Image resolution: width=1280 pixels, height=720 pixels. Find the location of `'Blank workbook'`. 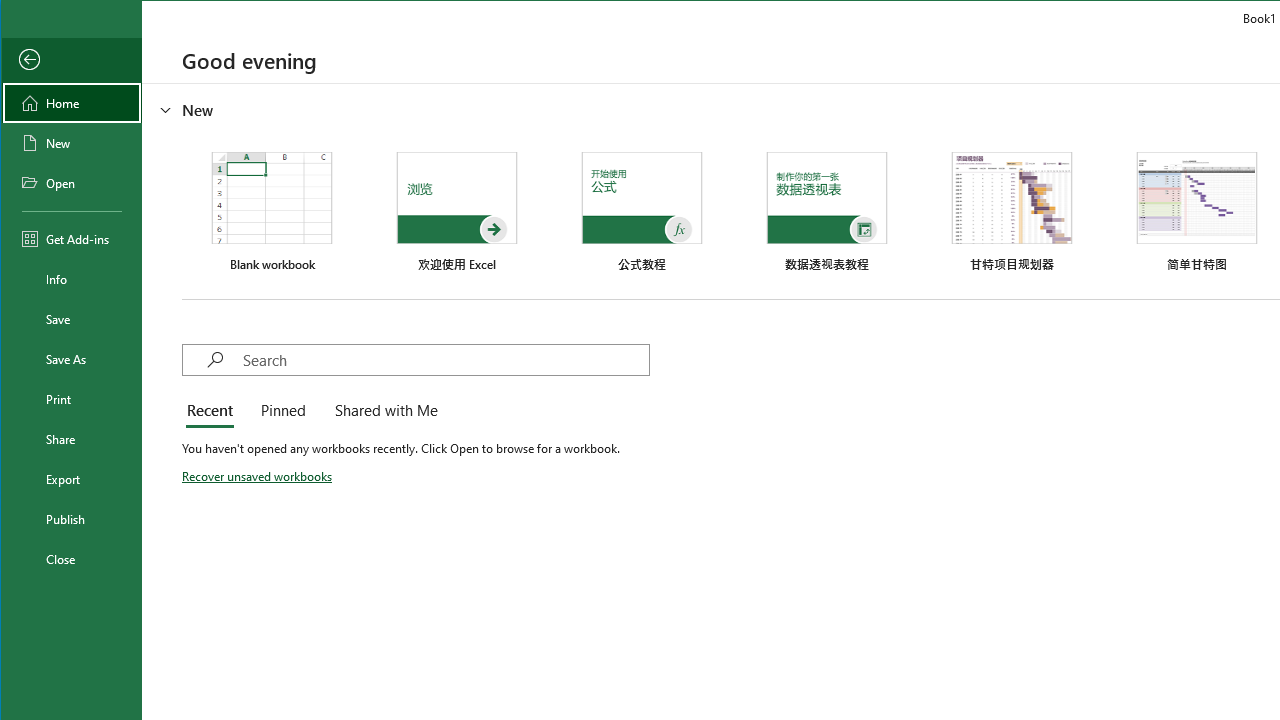

'Blank workbook' is located at coordinates (271, 212).